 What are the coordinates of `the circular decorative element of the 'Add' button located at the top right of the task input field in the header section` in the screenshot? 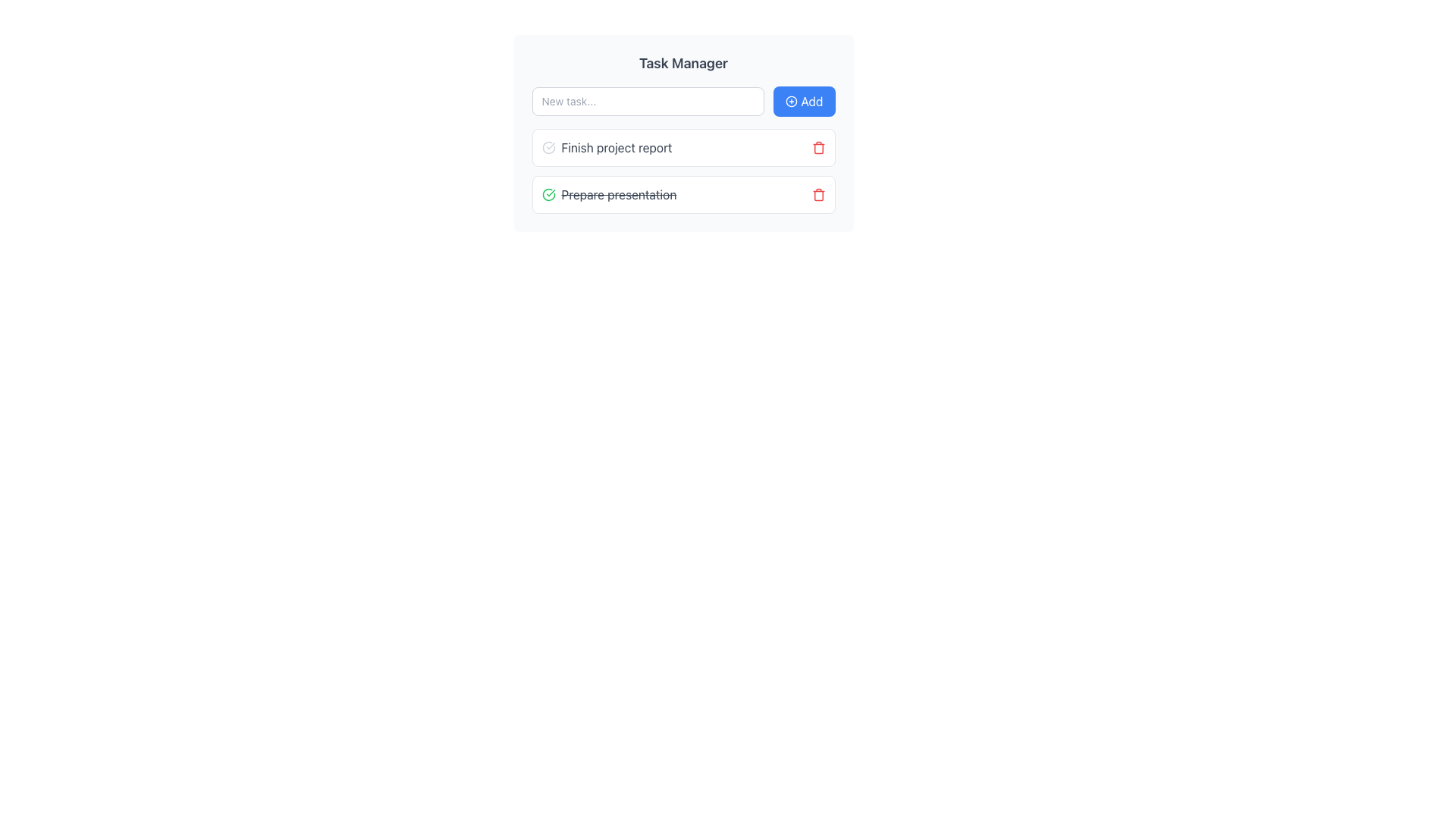 It's located at (791, 102).